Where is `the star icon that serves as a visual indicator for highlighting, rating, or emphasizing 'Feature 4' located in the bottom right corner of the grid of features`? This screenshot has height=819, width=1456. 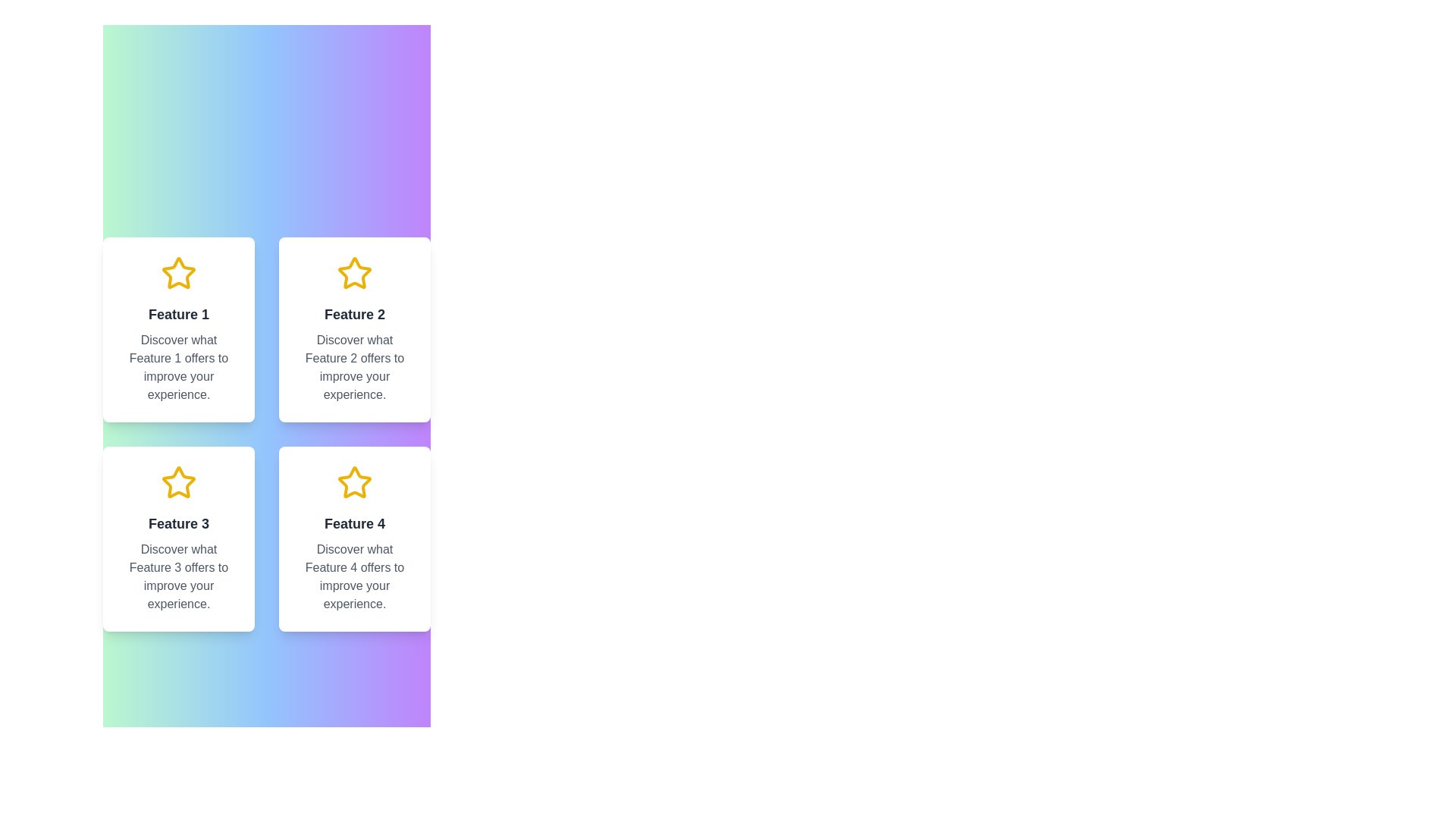 the star icon that serves as a visual indicator for highlighting, rating, or emphasizing 'Feature 4' located in the bottom right corner of the grid of features is located at coordinates (353, 482).